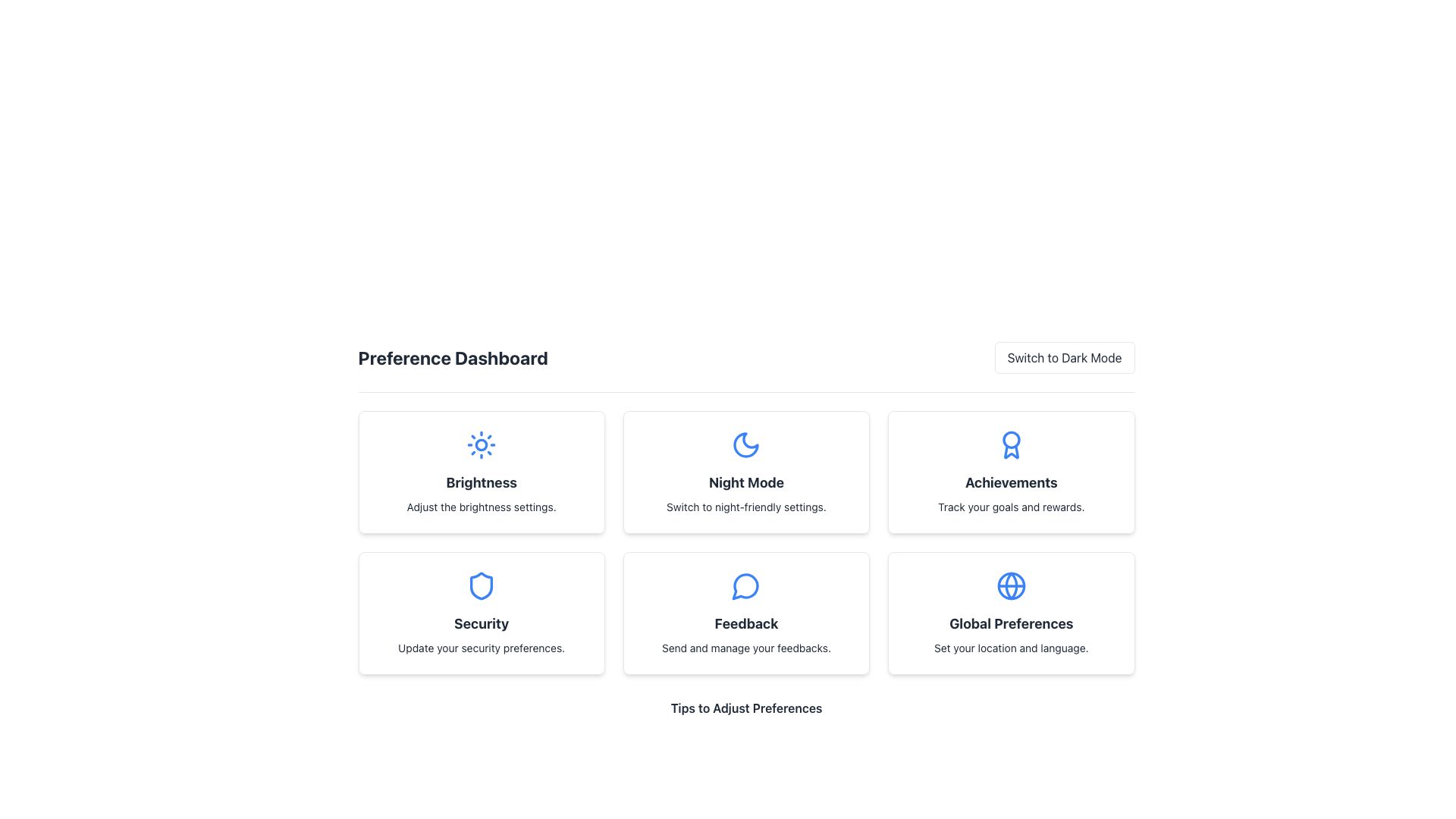  I want to click on text label that reads 'Send and manage your feedbacks.' located in the Feedback section below the title and message icon, so click(746, 648).